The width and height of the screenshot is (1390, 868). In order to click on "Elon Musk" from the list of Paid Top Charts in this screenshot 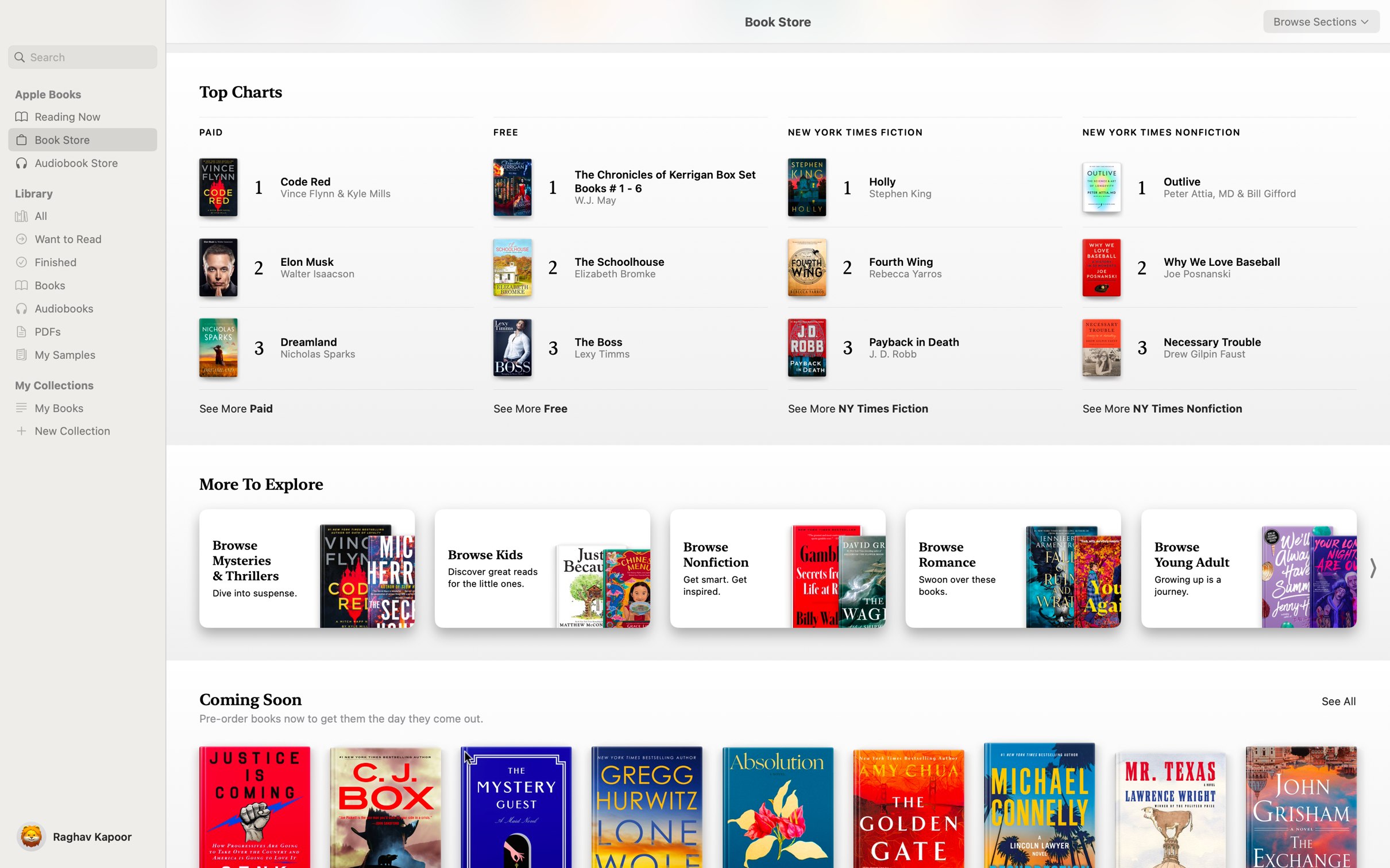, I will do `click(325, 269)`.